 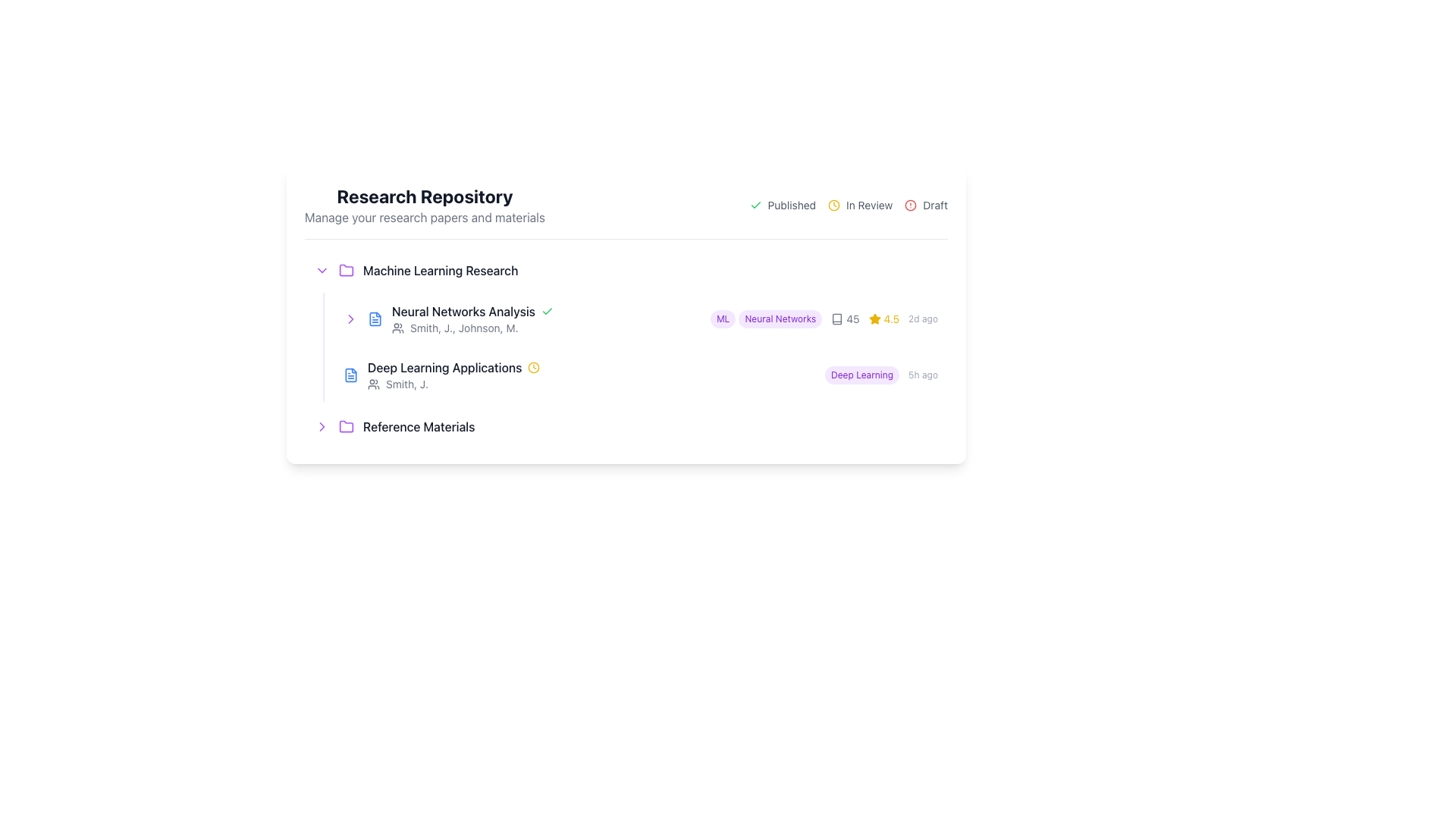 I want to click on the green checkmark icon located to the right of the text 'Neural Networks Analysis' within the 'Machine Learning Research' section, so click(x=546, y=311).